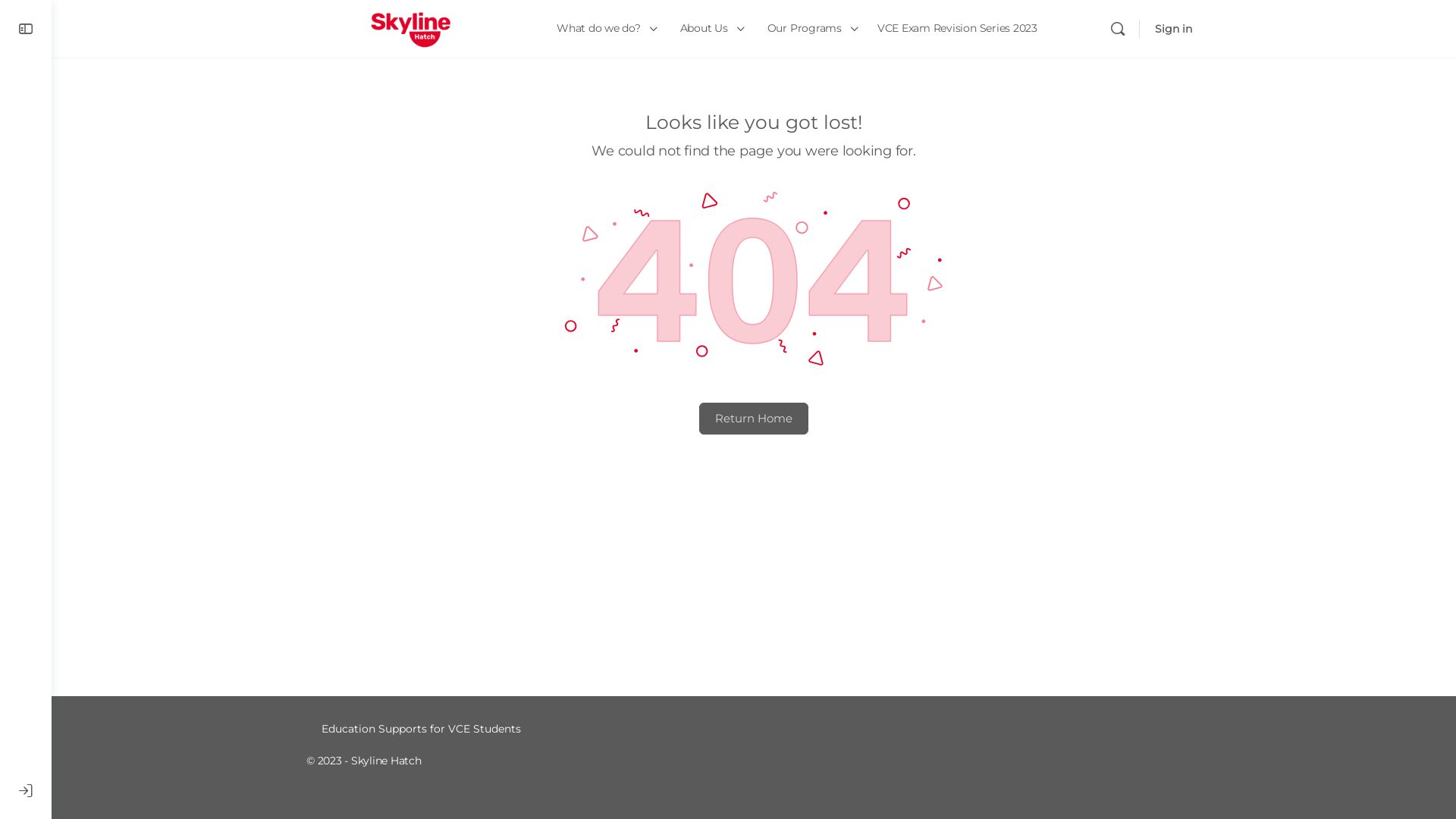  Describe the element at coordinates (709, 29) in the screenshot. I see `'About Us'` at that location.